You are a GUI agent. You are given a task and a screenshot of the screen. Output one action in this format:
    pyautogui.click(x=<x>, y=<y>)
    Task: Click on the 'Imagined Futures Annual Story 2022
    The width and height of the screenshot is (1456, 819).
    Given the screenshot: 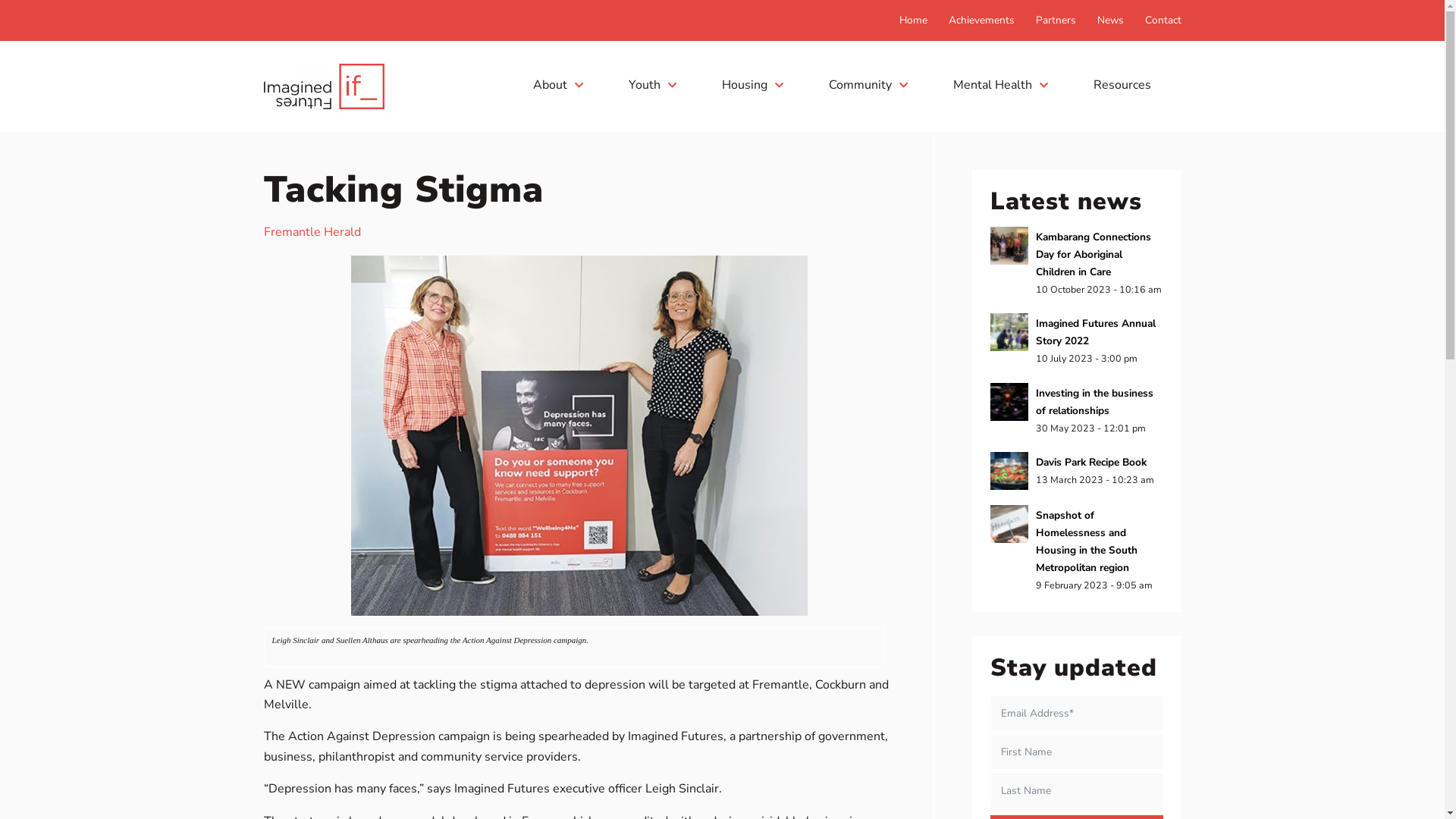 What is the action you would take?
    pyautogui.click(x=990, y=339)
    